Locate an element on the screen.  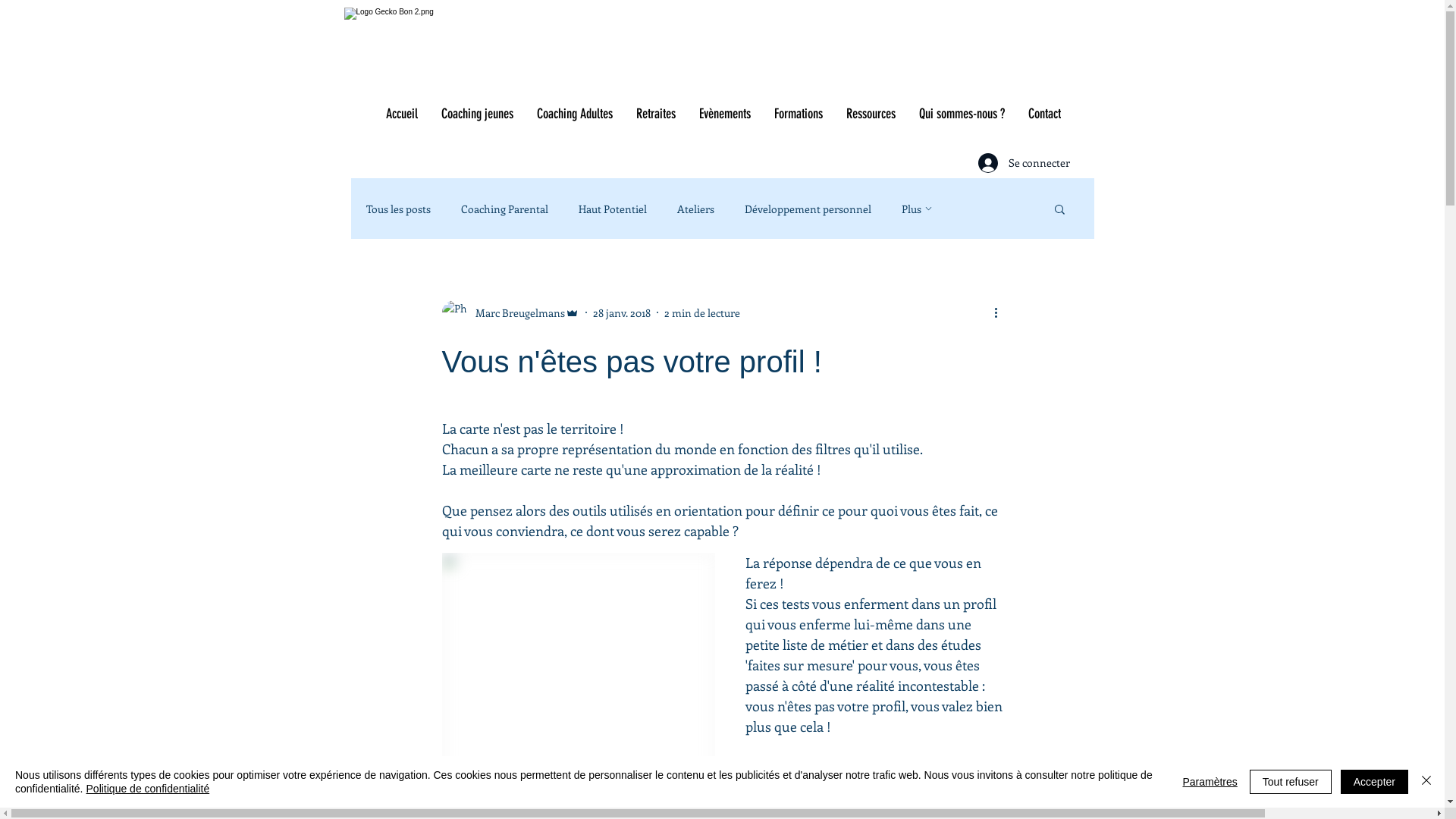
'Tout refuser' is located at coordinates (1290, 781).